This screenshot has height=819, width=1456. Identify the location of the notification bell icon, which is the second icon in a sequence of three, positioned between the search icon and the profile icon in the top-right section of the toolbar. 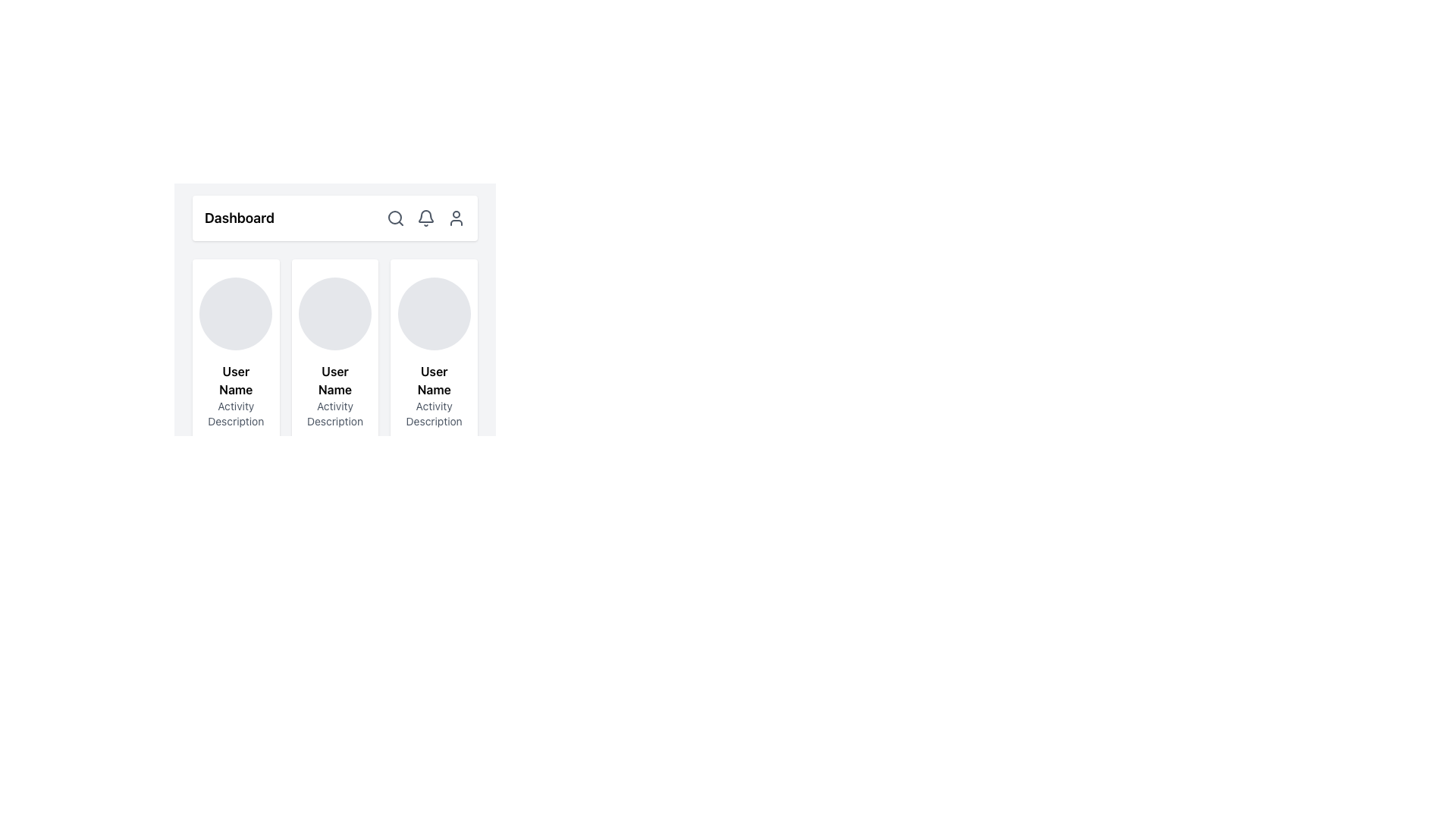
(425, 218).